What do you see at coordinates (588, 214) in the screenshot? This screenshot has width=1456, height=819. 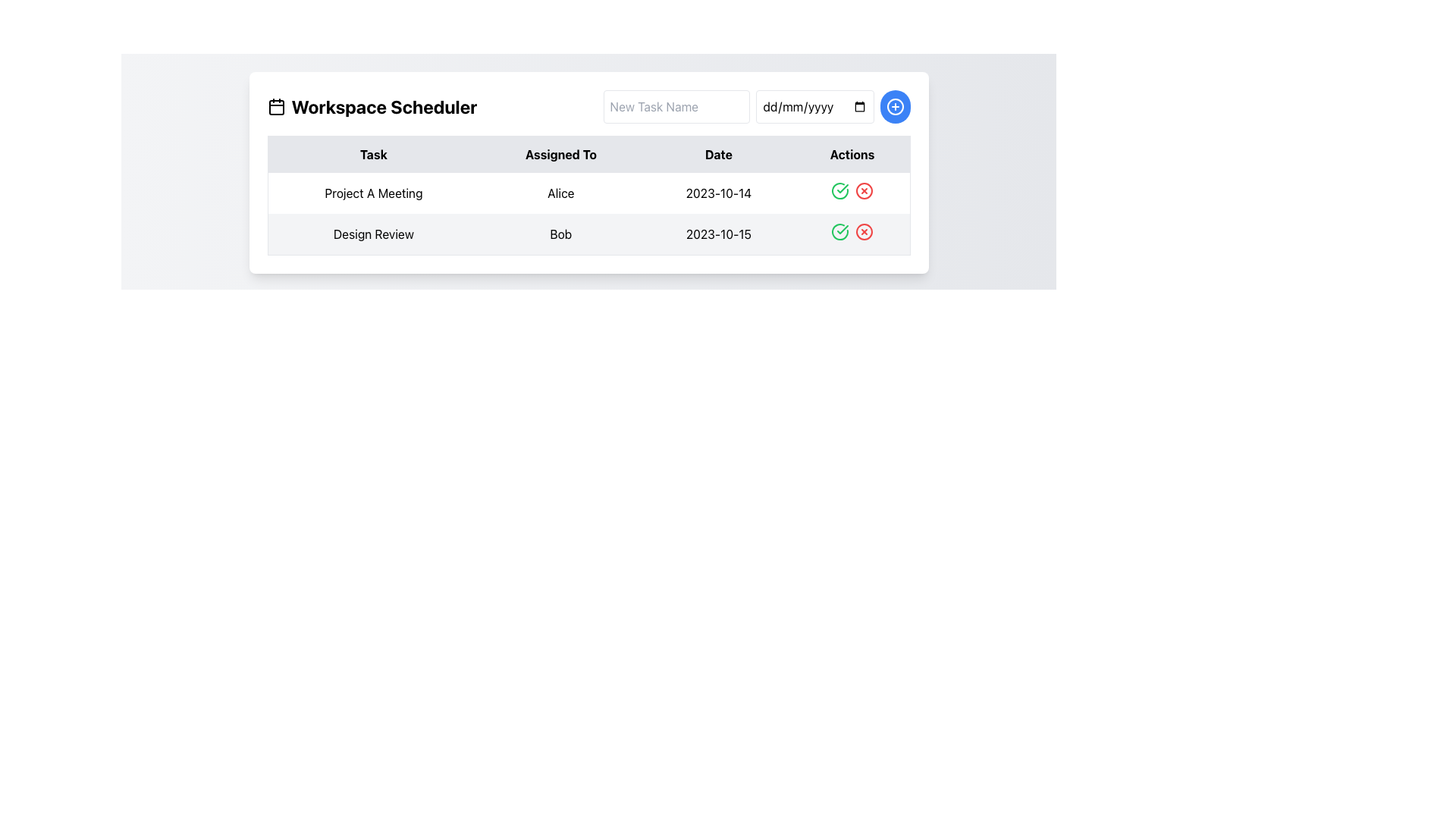 I see `the second row in the table displaying the task titled 'Design Review', assigned` at bounding box center [588, 214].